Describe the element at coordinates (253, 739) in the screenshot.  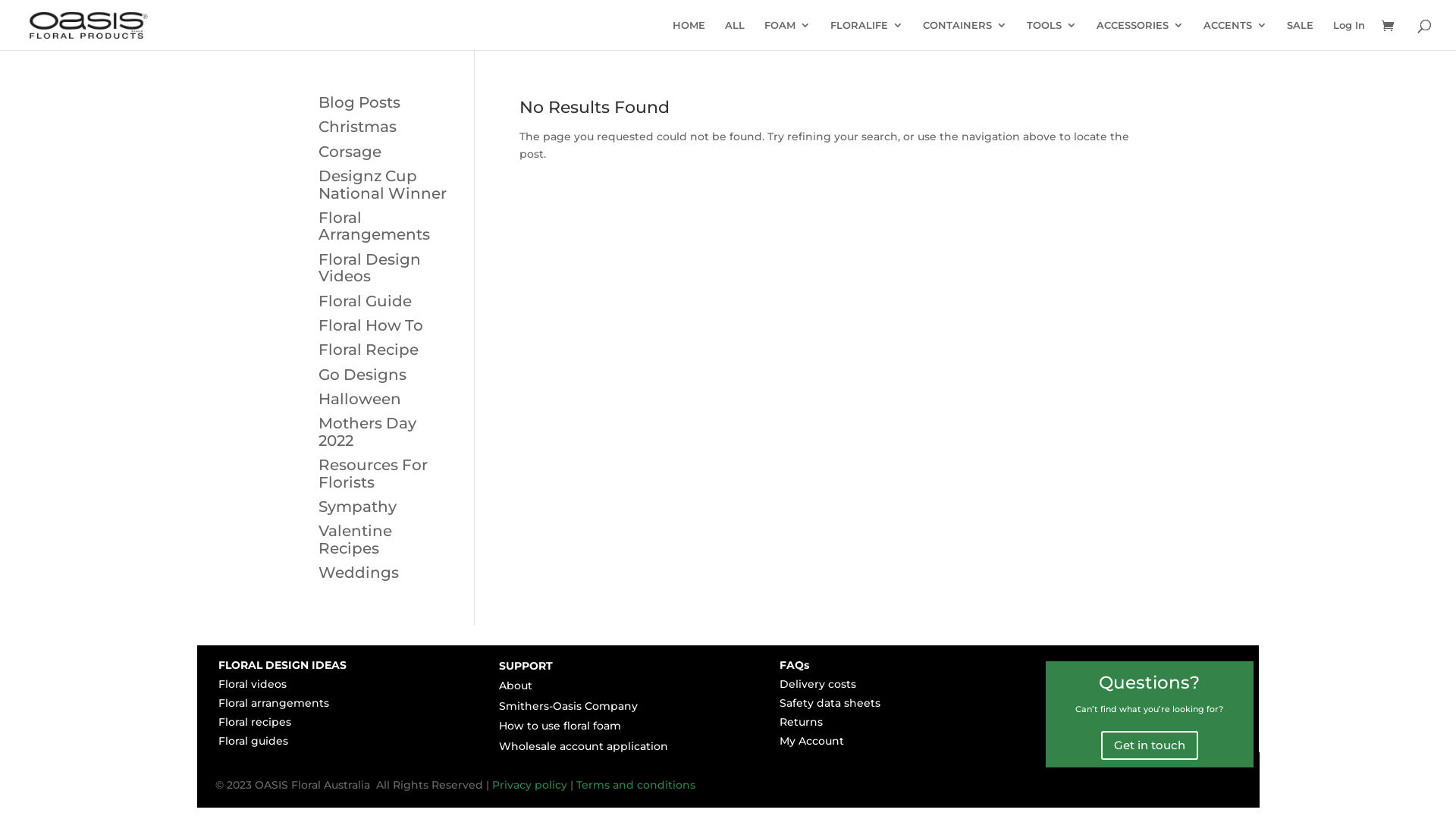
I see `'Floral guides'` at that location.